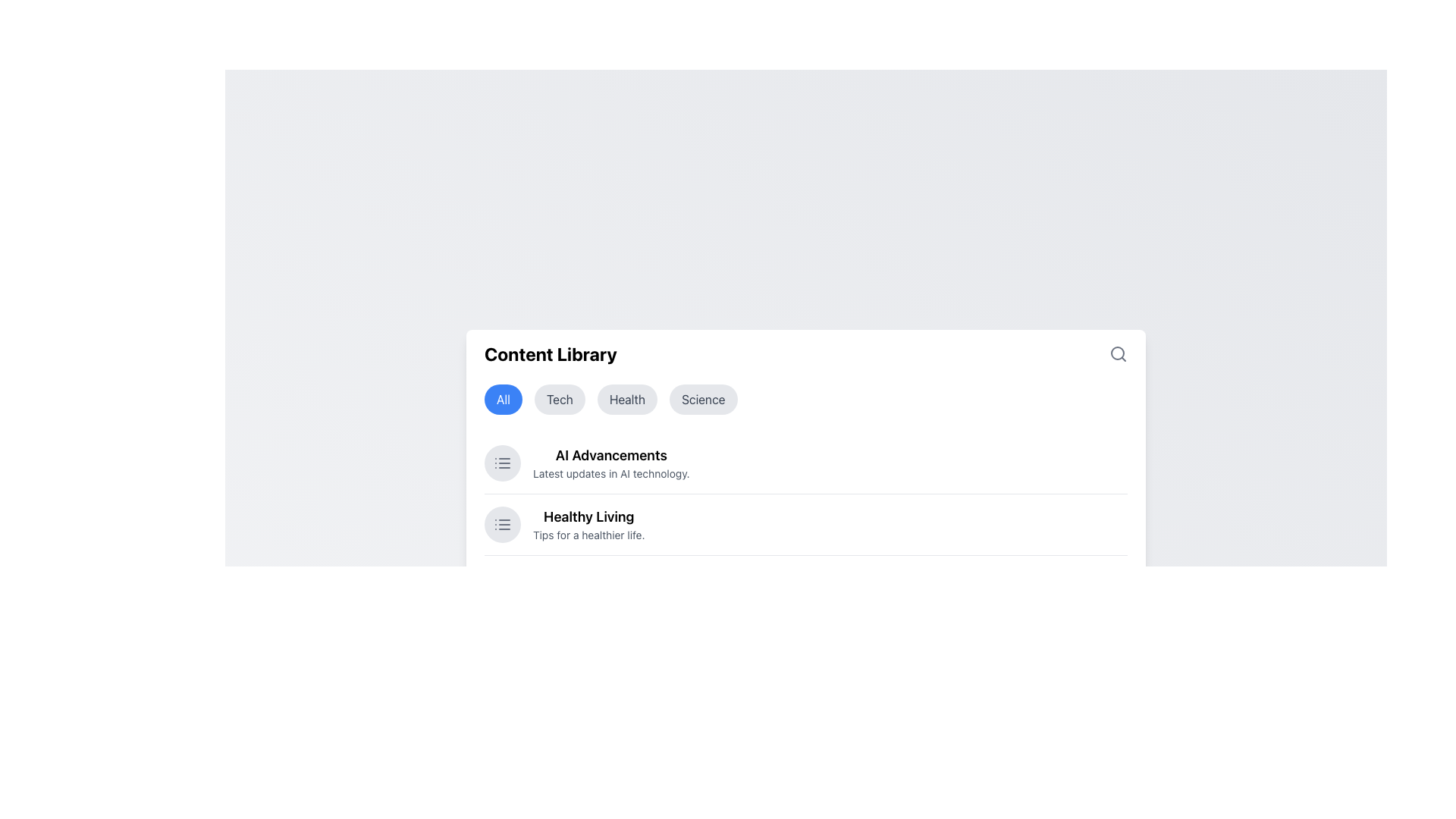 Image resolution: width=1456 pixels, height=819 pixels. What do you see at coordinates (503, 399) in the screenshot?
I see `the first button labeled 'All' located beneath the title 'Content Library'` at bounding box center [503, 399].